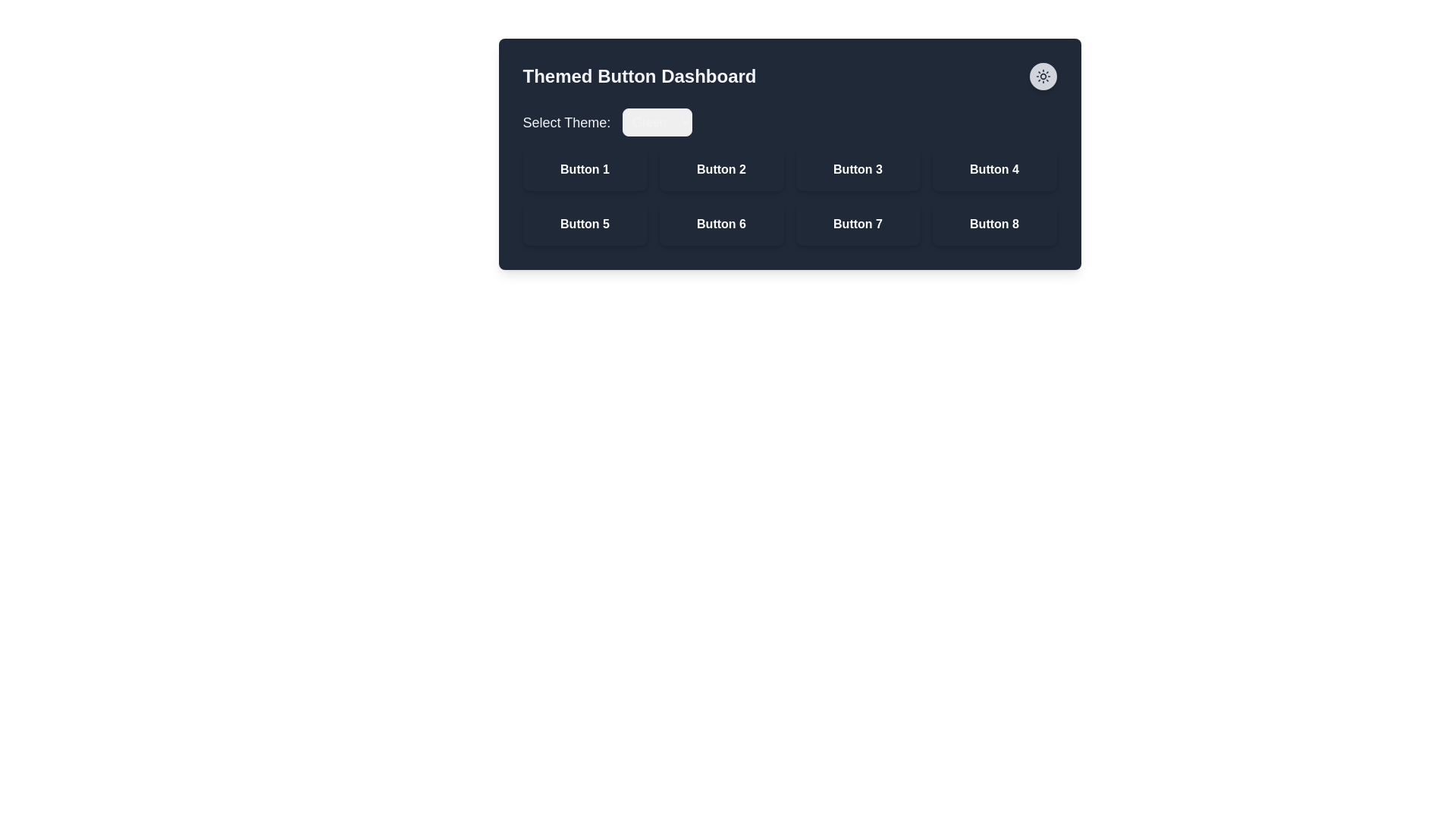 This screenshot has width=1456, height=819. Describe the element at coordinates (584, 169) in the screenshot. I see `the 'Button 1' located in the top-left corner of a grid layout of buttons` at that location.